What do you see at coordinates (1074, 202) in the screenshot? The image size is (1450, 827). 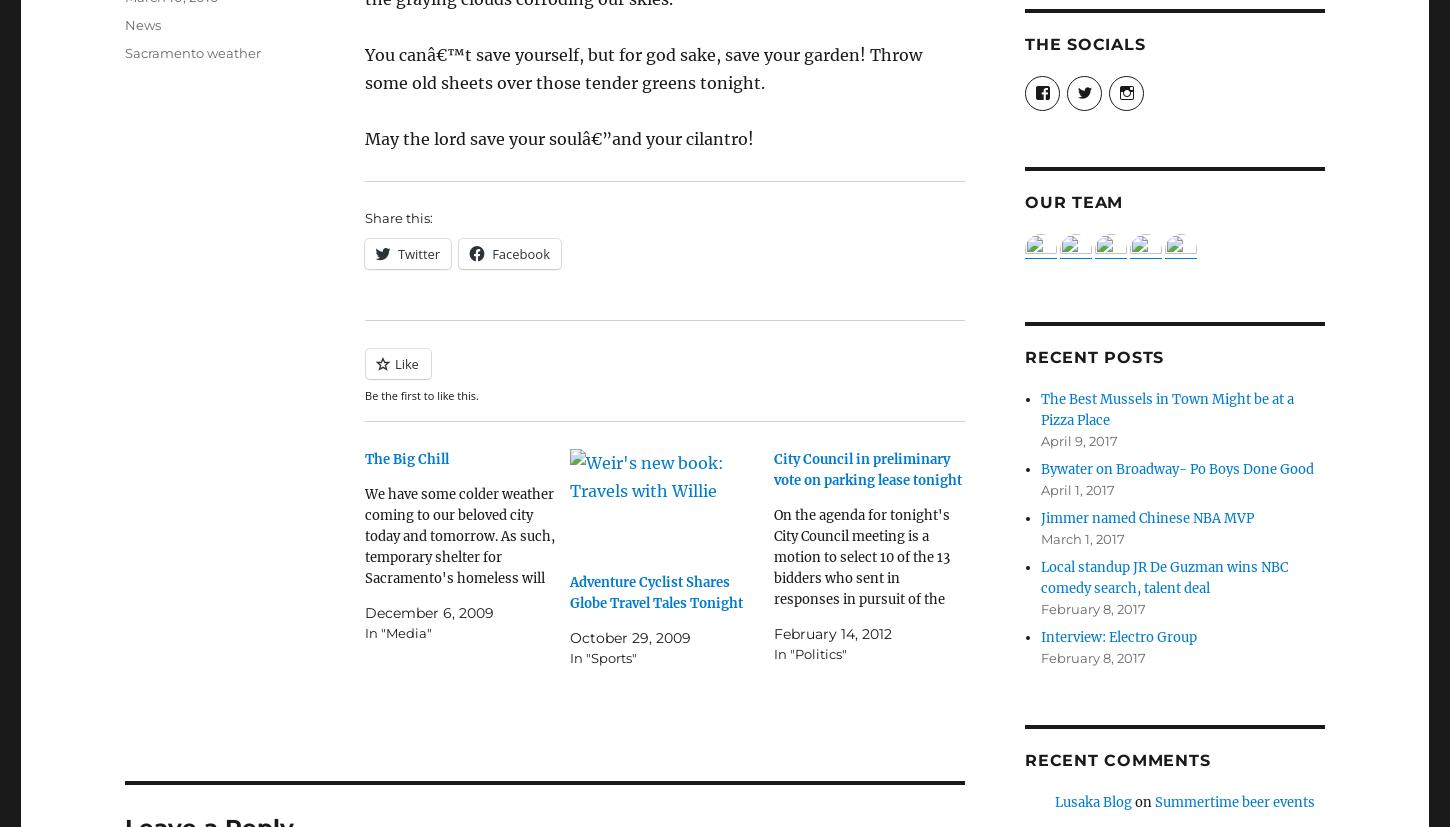 I see `'Our Team'` at bounding box center [1074, 202].